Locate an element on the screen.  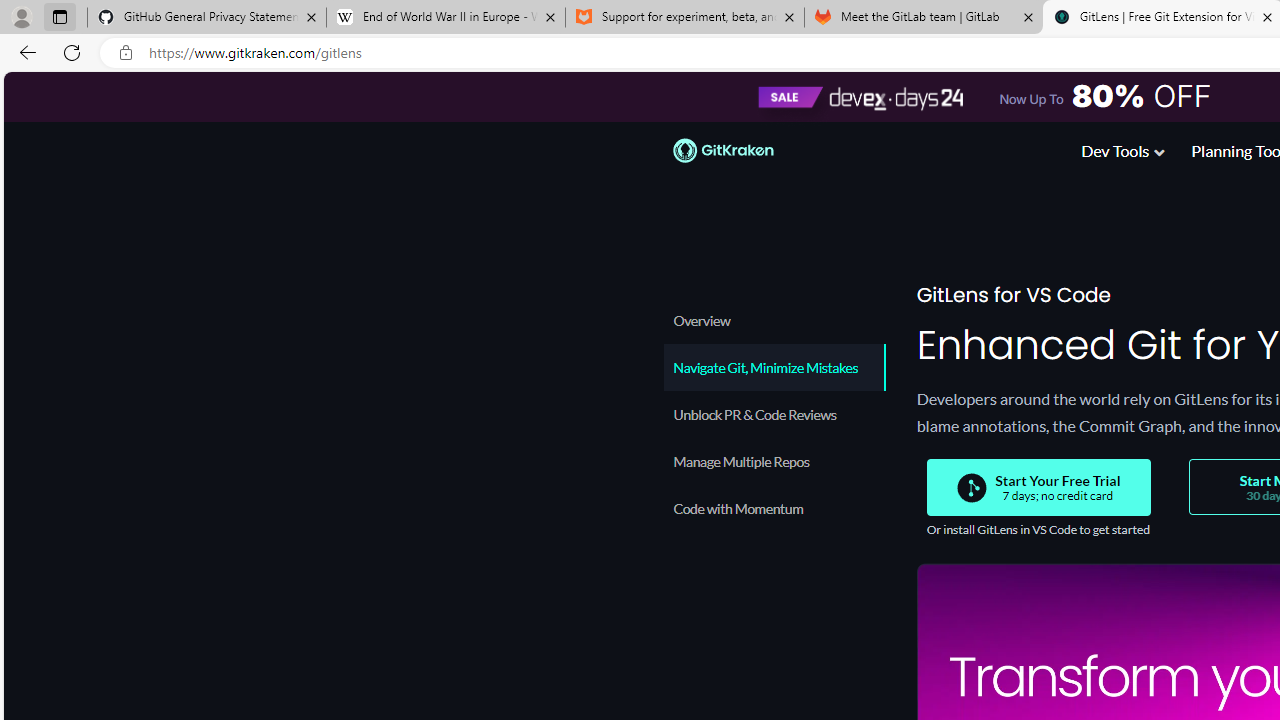
'Meet the GitLab team | GitLab' is located at coordinates (923, 17).